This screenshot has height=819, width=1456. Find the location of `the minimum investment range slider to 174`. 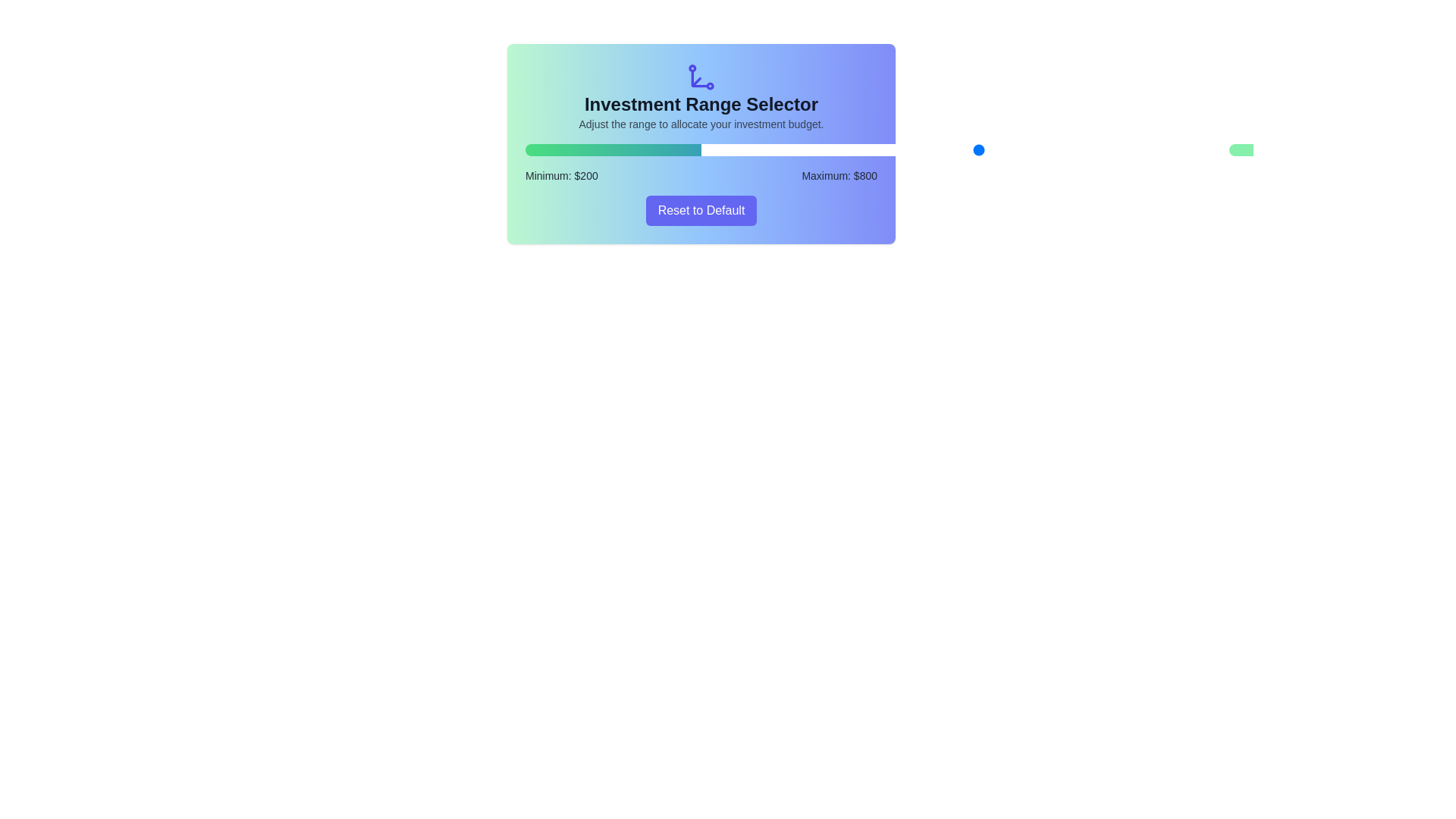

the minimum investment range slider to 174 is located at coordinates (762, 149).